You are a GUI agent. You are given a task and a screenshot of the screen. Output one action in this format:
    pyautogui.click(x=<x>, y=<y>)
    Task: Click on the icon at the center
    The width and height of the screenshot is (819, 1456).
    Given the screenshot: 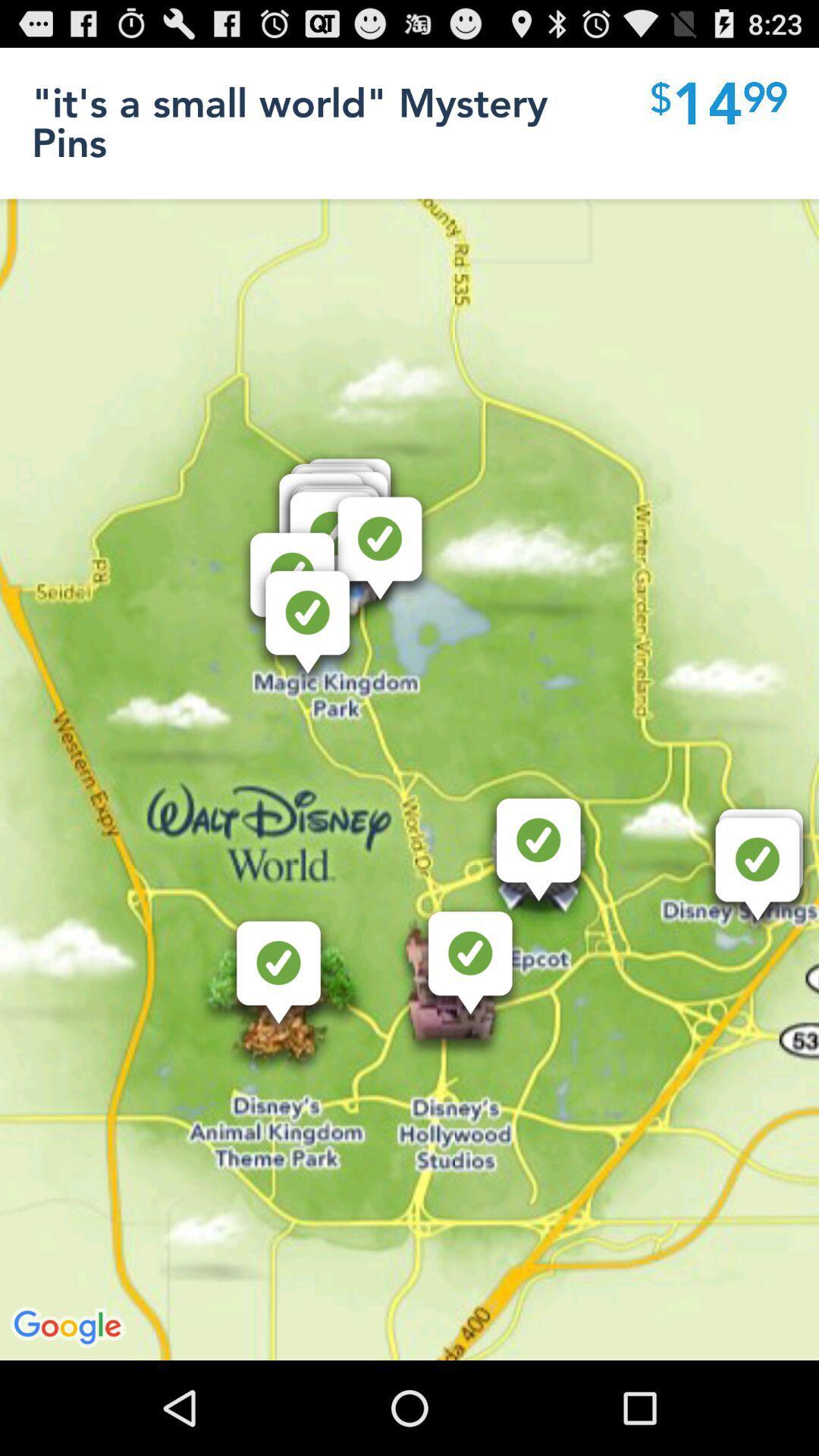 What is the action you would take?
    pyautogui.click(x=409, y=703)
    